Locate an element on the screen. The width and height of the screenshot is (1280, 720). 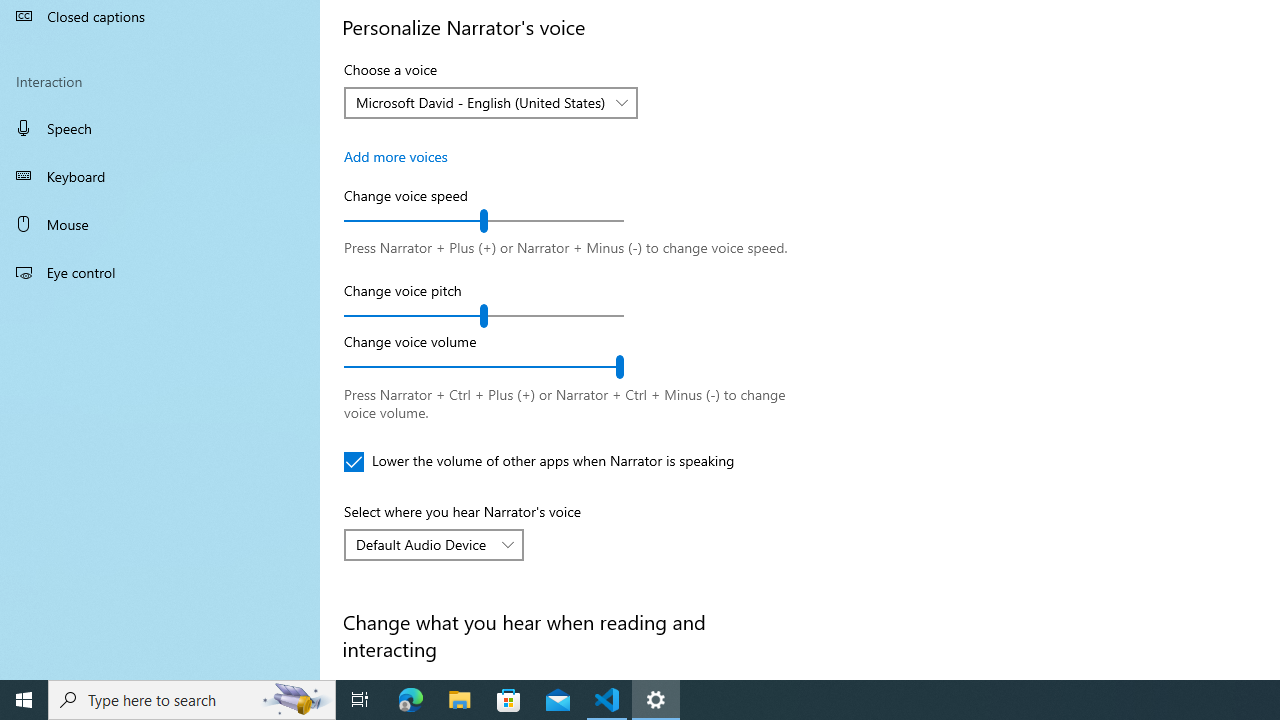
'Mouse' is located at coordinates (160, 223).